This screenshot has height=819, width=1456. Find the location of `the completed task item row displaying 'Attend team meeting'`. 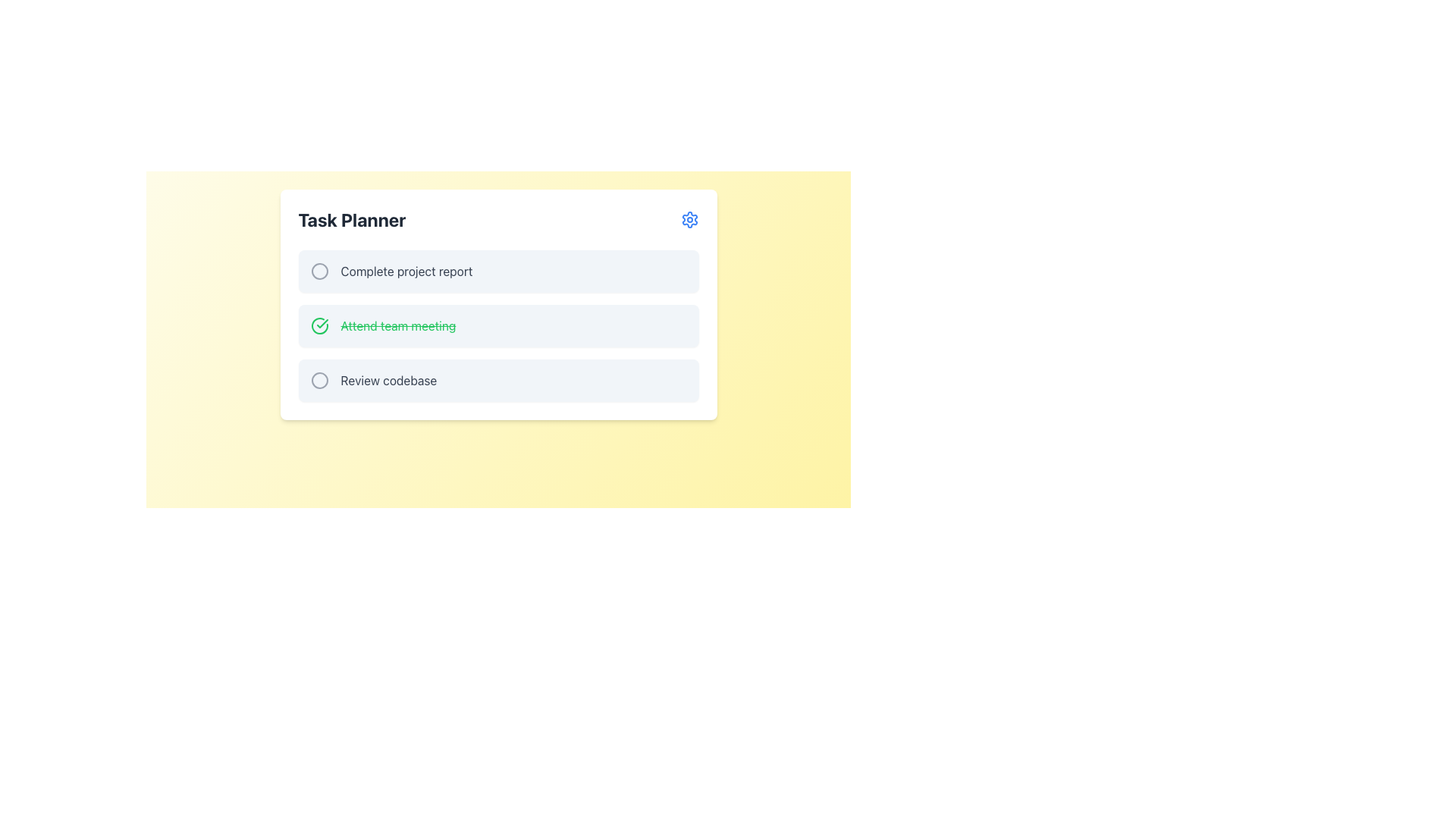

the completed task item row displaying 'Attend team meeting' is located at coordinates (498, 325).